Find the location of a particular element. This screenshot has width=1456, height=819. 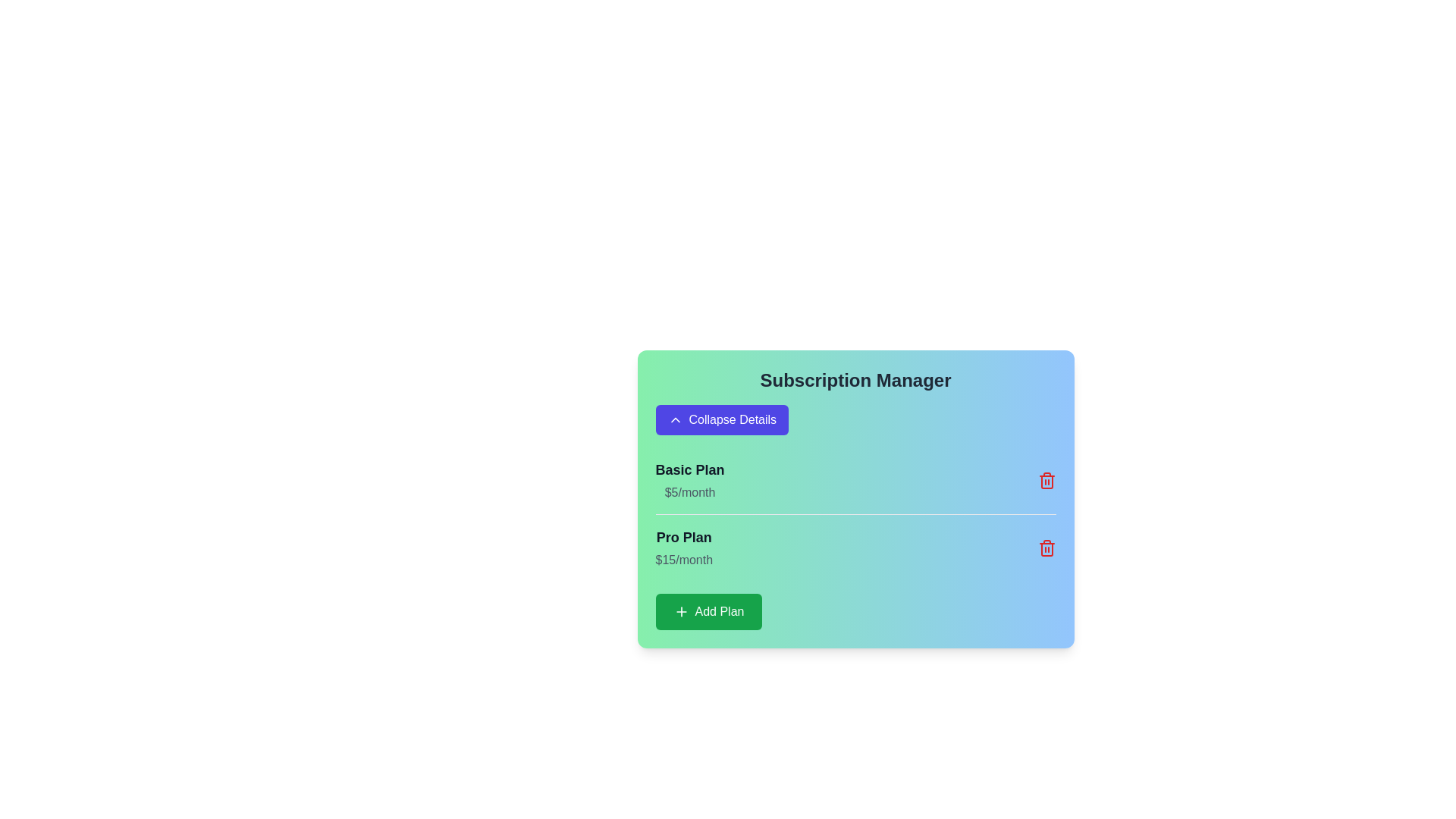

the delete icon button for the 'Pro Plan' subscription in the 'Subscription Manager' interface is located at coordinates (1046, 548).